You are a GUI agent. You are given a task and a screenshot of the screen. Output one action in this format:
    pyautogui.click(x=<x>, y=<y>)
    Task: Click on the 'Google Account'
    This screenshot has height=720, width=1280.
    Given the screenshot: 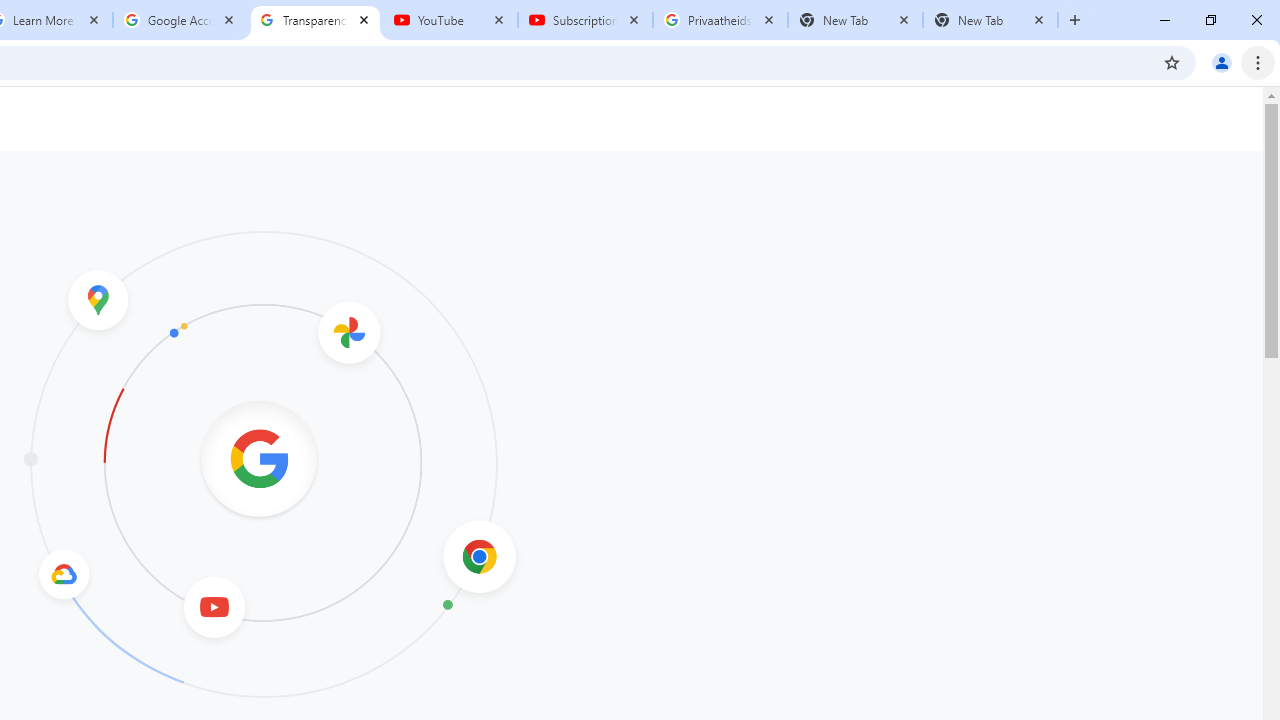 What is the action you would take?
    pyautogui.click(x=180, y=20)
    